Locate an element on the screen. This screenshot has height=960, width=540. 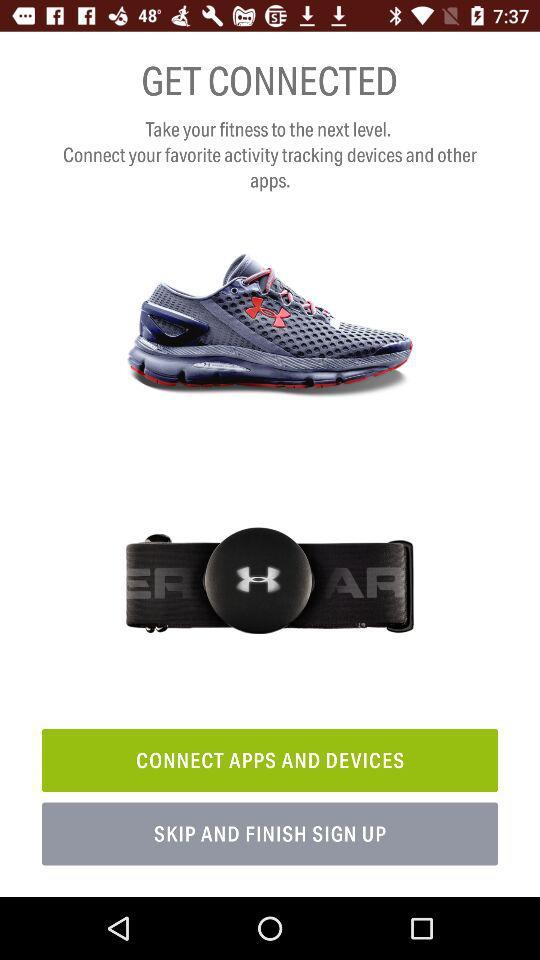
the skip and finish icon is located at coordinates (270, 834).